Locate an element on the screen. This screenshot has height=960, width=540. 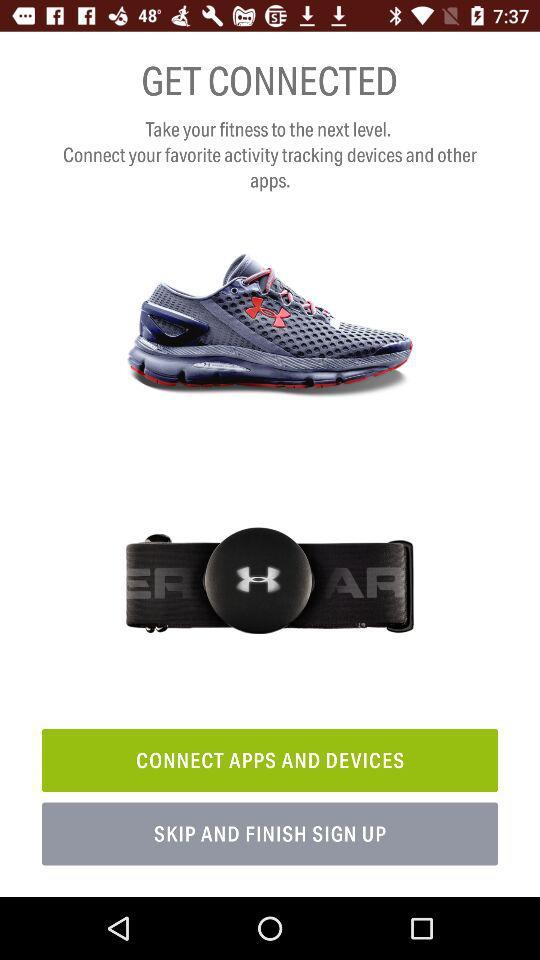
the skip and finish icon is located at coordinates (270, 834).